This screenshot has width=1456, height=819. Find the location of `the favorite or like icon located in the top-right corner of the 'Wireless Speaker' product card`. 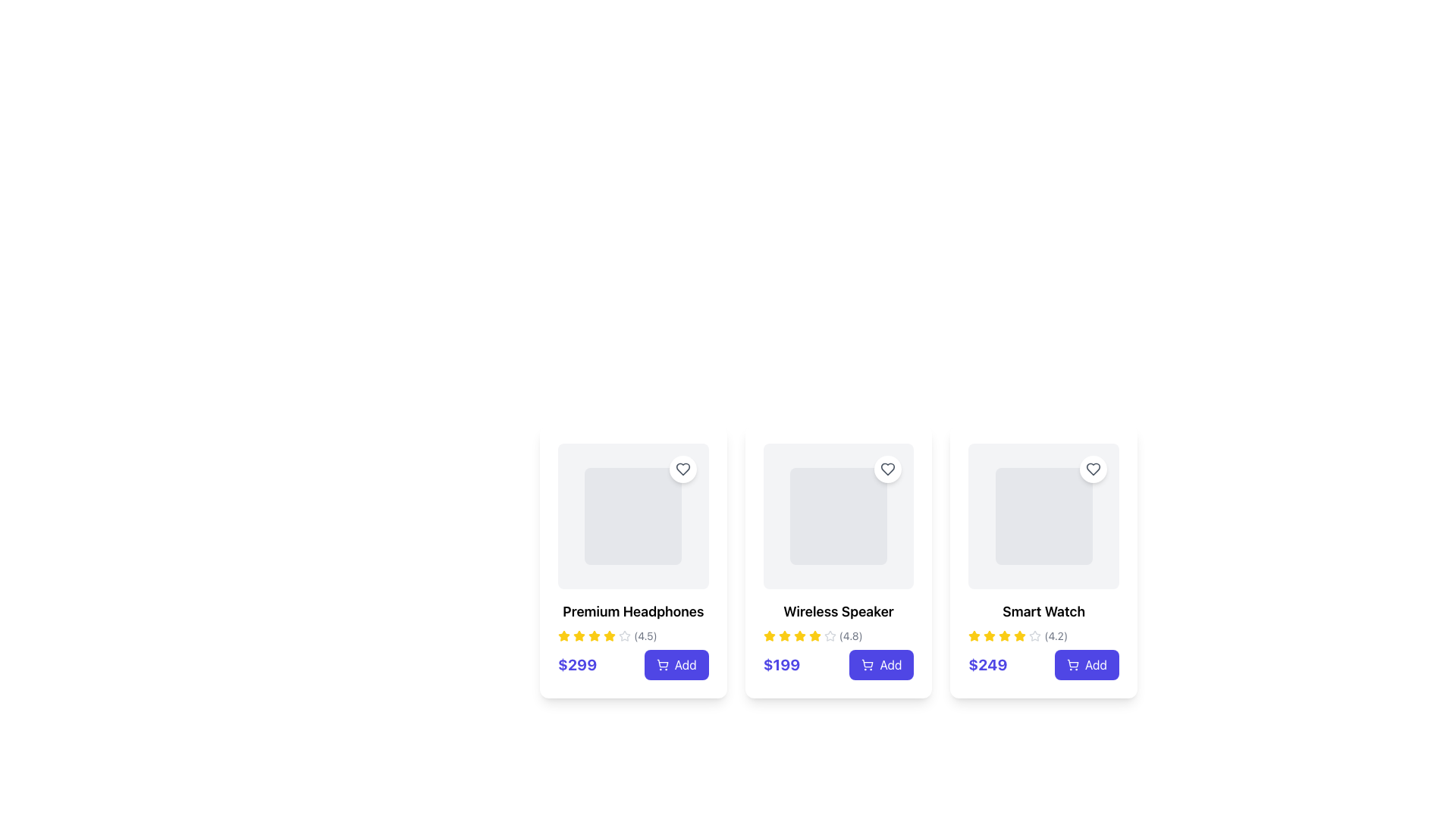

the favorite or like icon located in the top-right corner of the 'Wireless Speaker' product card is located at coordinates (888, 468).